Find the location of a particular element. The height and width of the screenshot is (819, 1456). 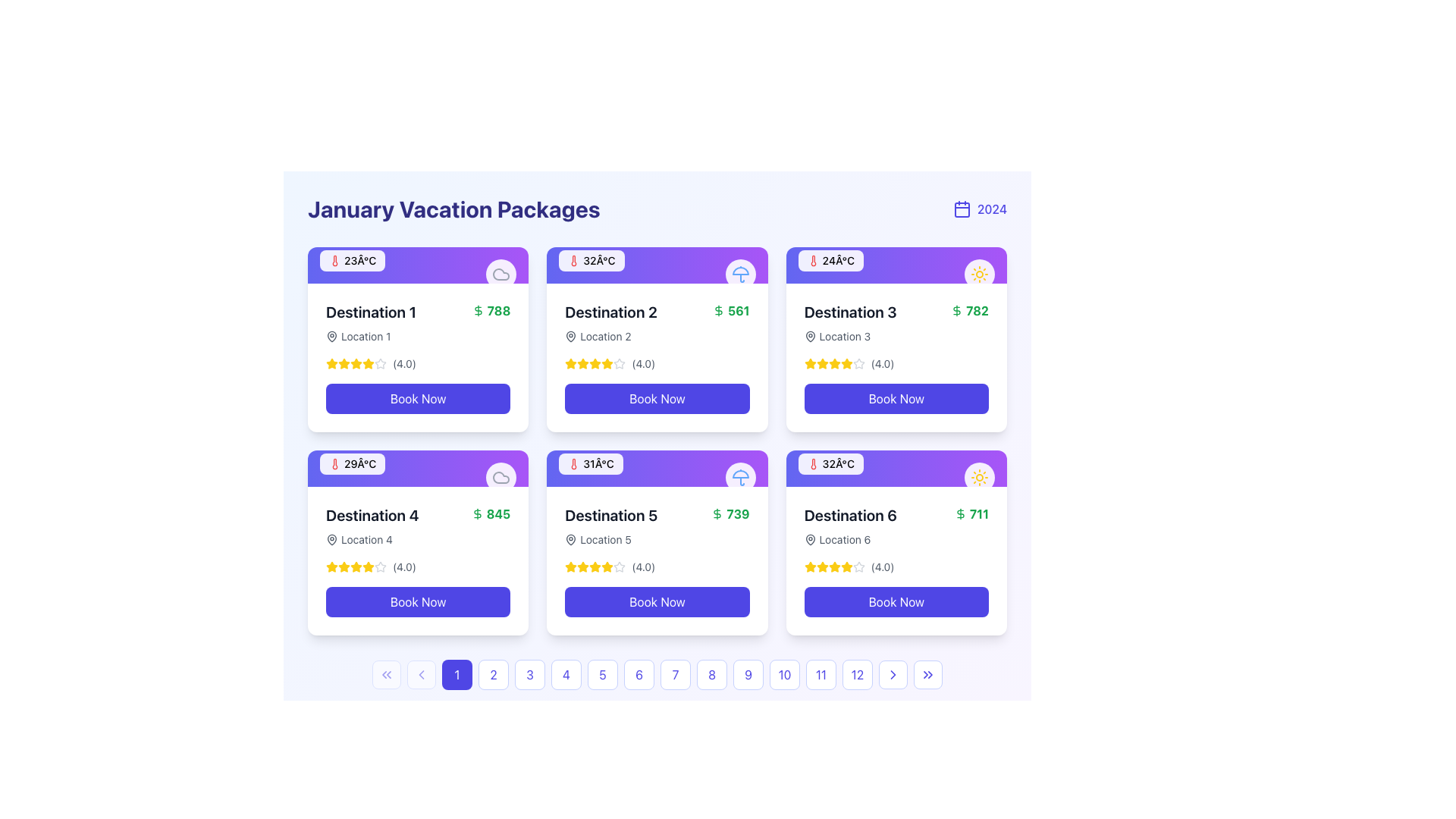

the Informational card for 'Destination 6', which is located in the bottom row, third column of a three-by-two grid layout is located at coordinates (896, 526).